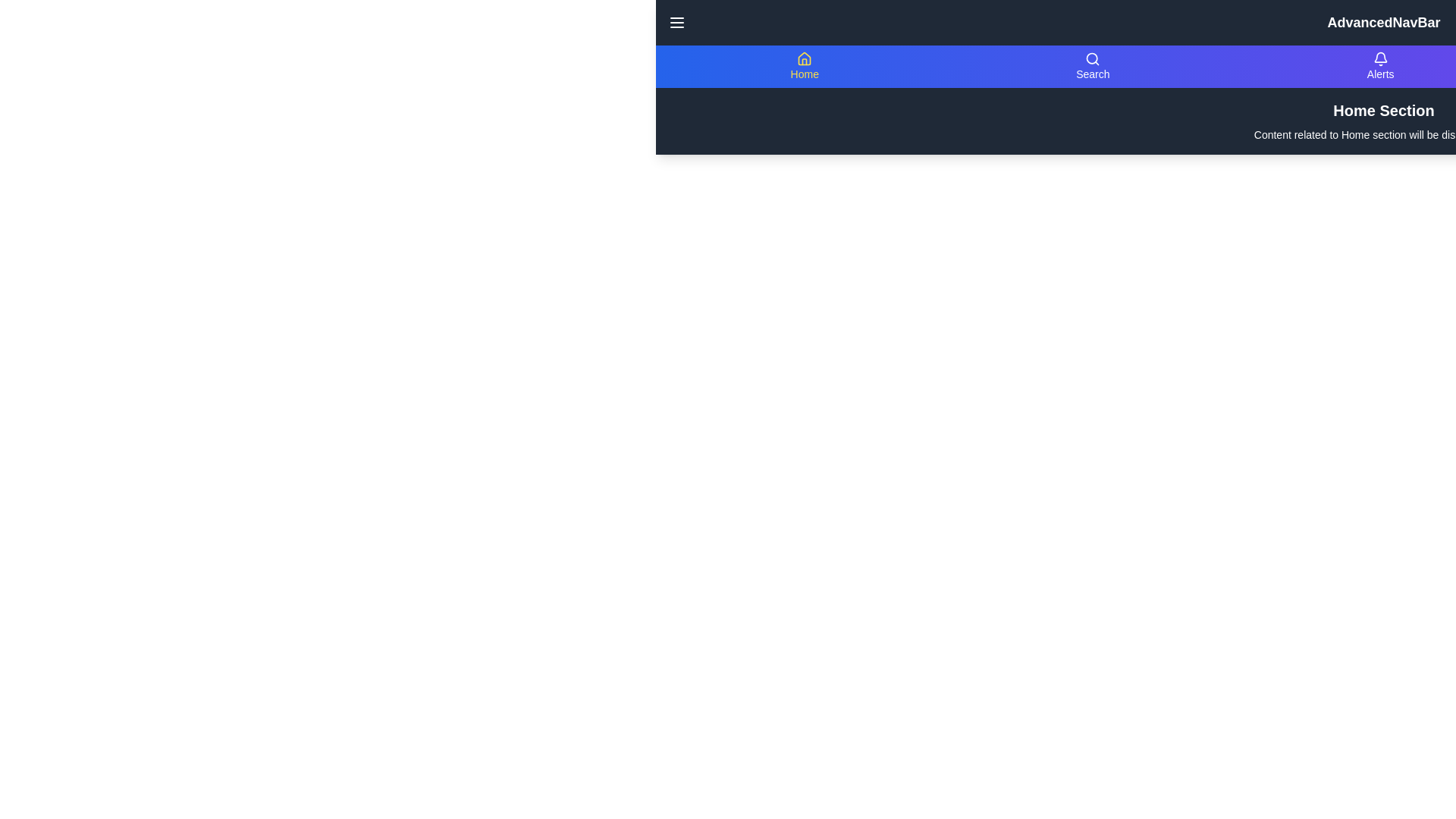  I want to click on the menu button to toggle the visibility of the navigation menu, so click(676, 23).